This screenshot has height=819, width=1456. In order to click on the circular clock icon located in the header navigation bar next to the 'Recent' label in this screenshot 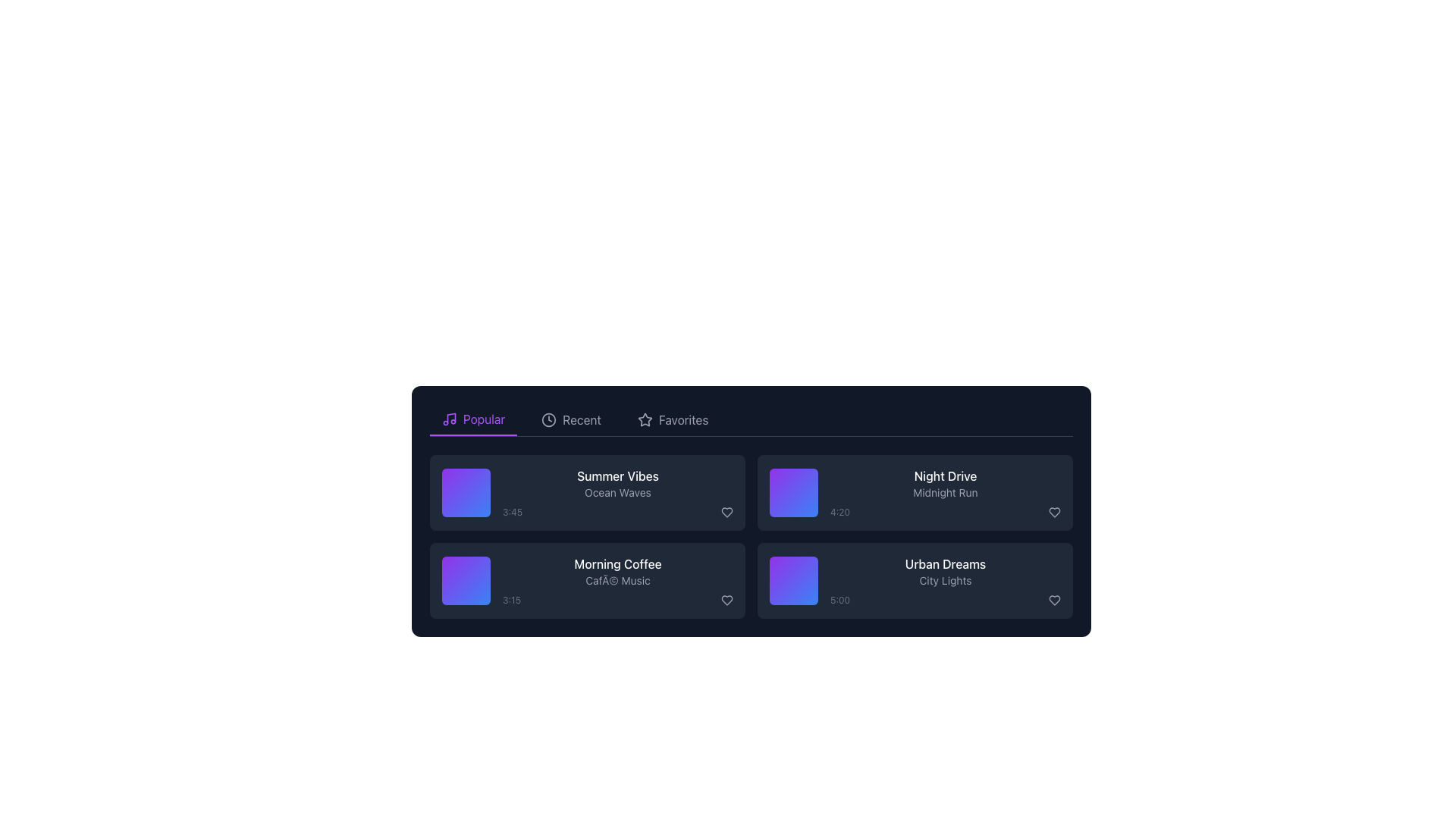, I will do `click(548, 420)`.